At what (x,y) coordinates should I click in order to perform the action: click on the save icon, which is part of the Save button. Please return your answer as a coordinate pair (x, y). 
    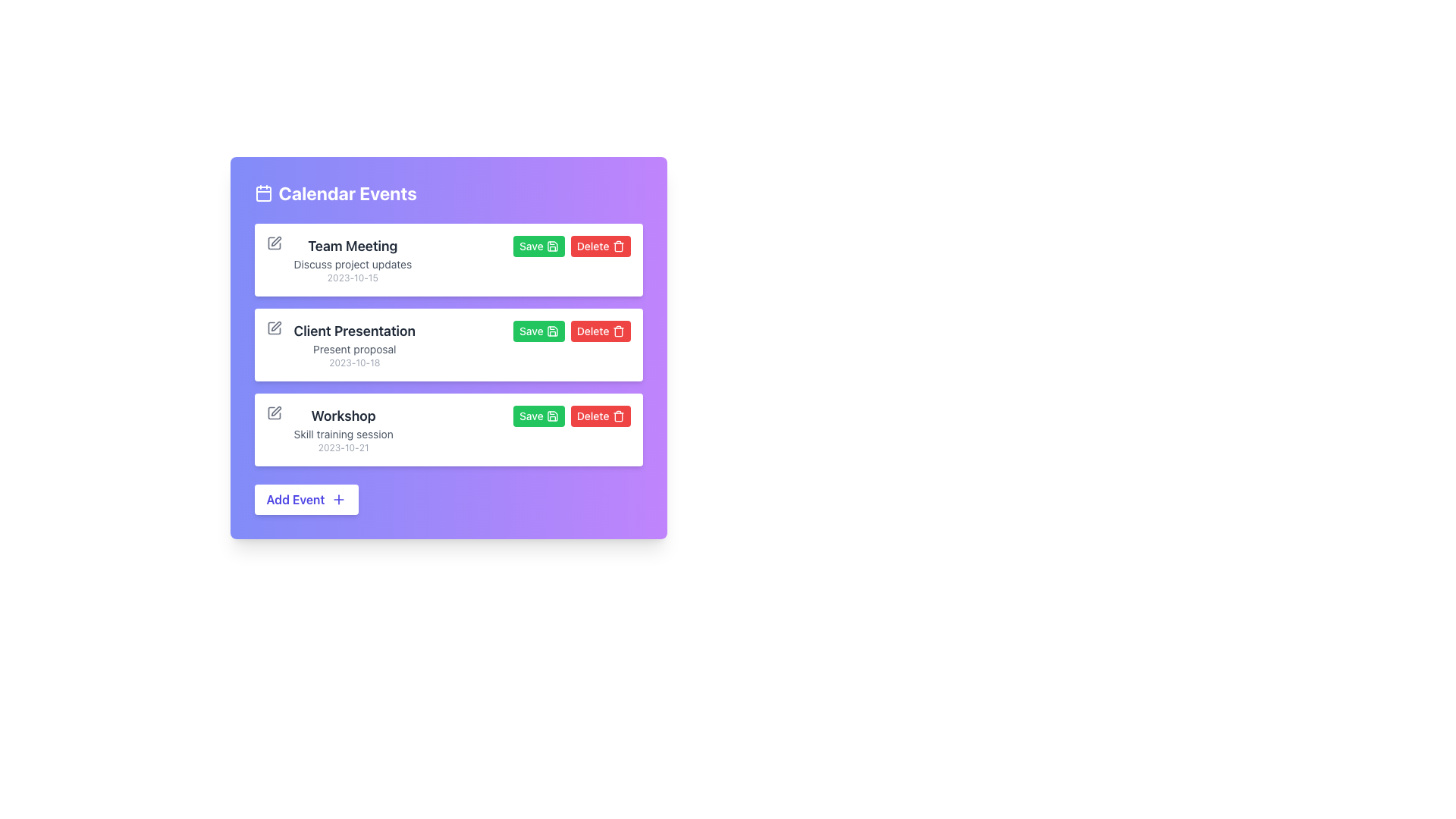
    Looking at the image, I should click on (551, 245).